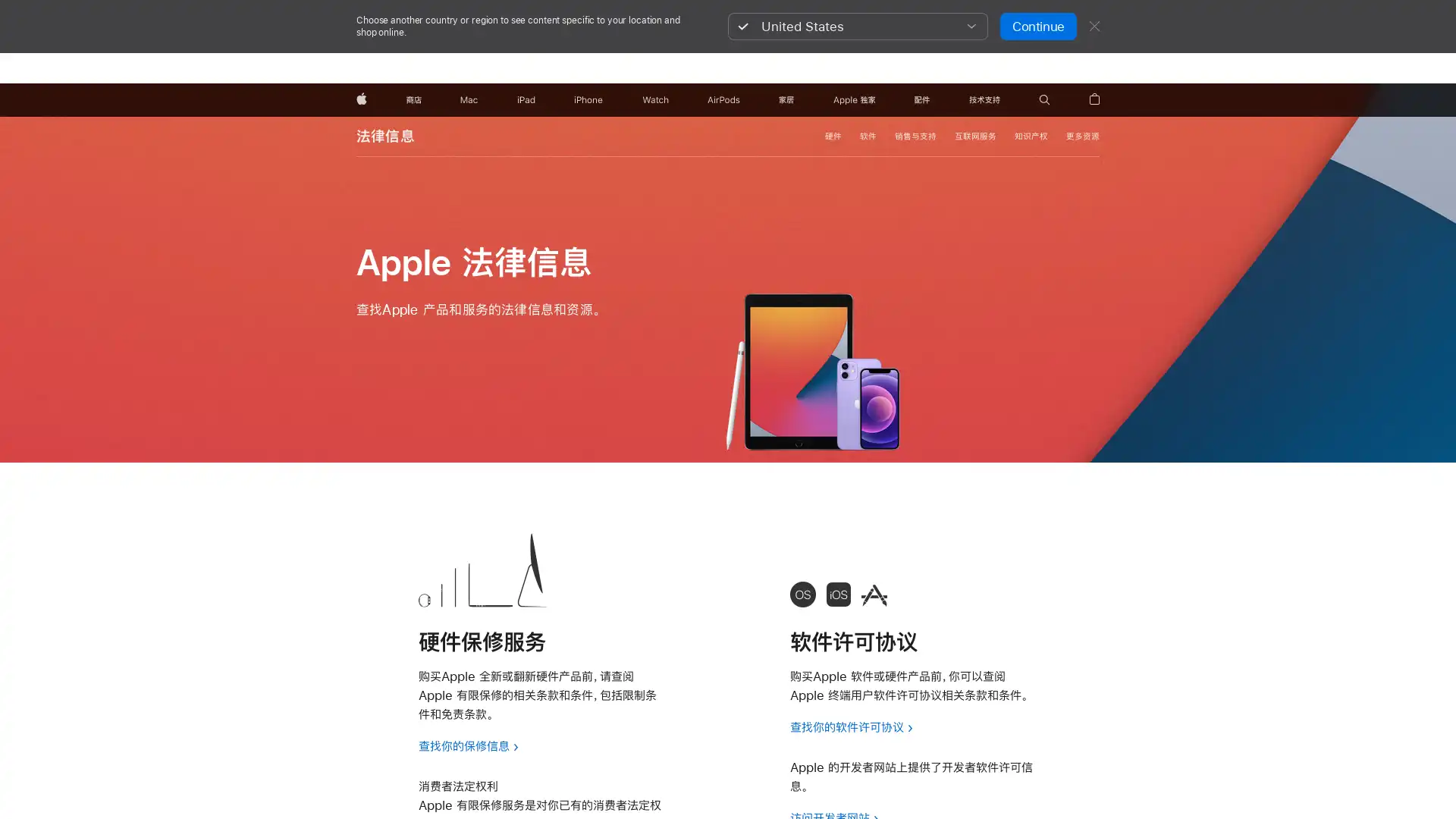  What do you see at coordinates (1094, 26) in the screenshot?
I see `Exit` at bounding box center [1094, 26].